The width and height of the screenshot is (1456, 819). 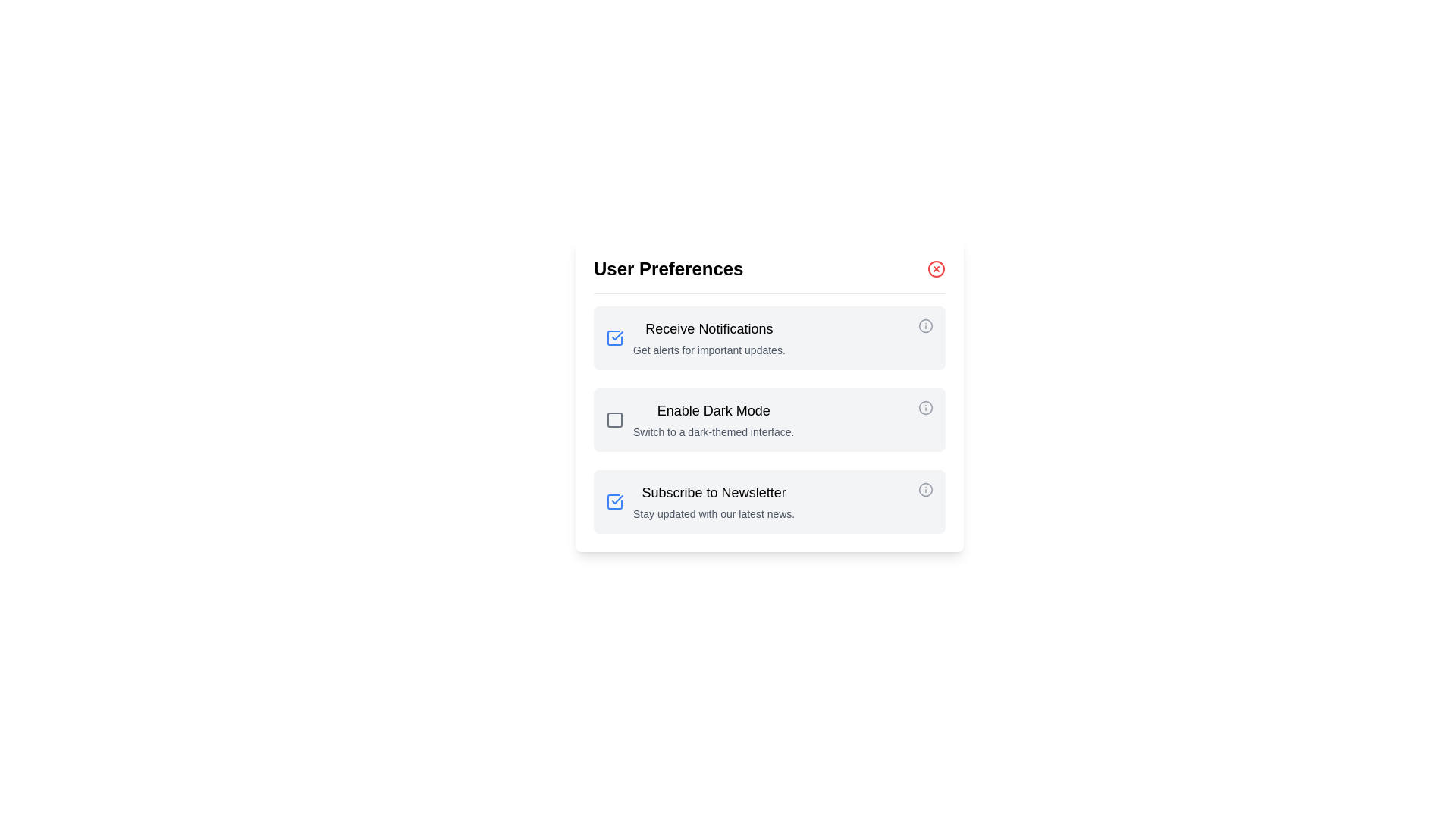 I want to click on the descriptive text block related to the 'Subscribe to Newsletter' feature, which is the third item in a vertical list of user preferences, located below 'Receive Notifications' and 'Enable Dark Mode', so click(x=713, y=502).